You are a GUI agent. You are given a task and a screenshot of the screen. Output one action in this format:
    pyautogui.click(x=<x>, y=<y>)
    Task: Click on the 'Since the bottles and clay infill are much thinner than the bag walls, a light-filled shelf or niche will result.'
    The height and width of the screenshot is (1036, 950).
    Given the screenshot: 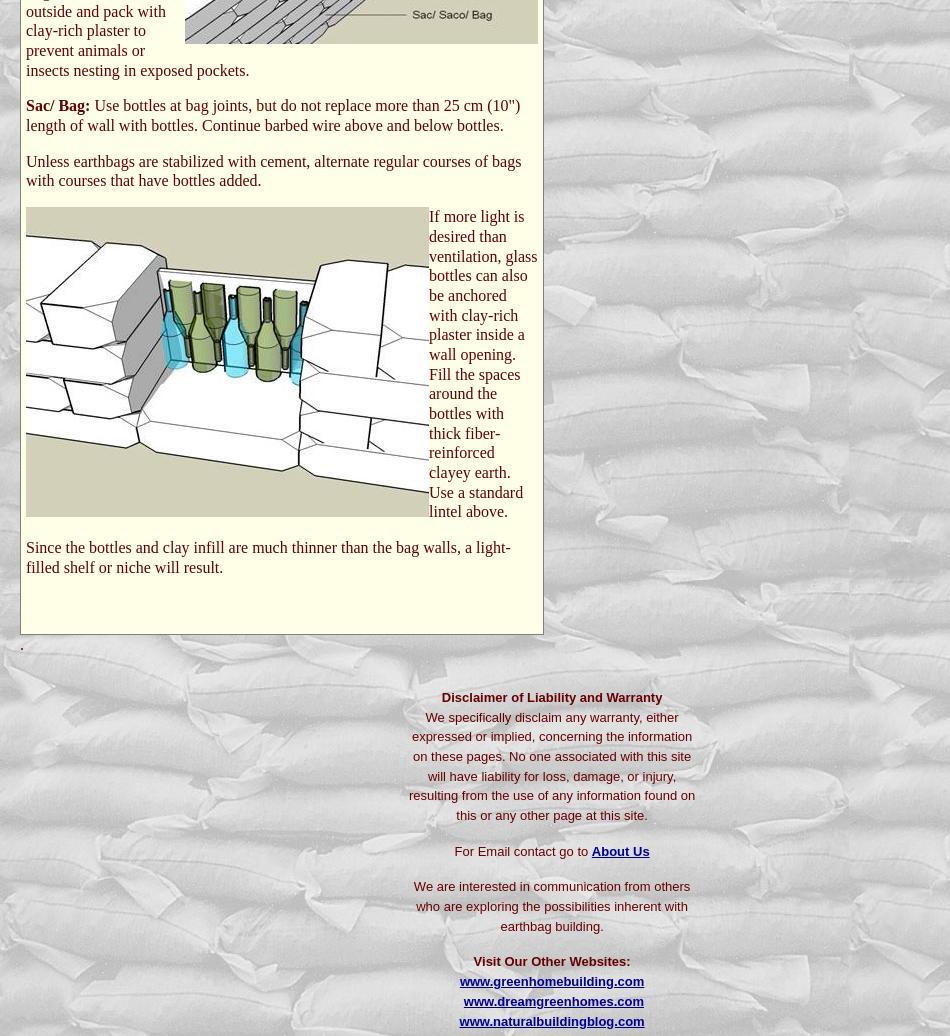 What is the action you would take?
    pyautogui.click(x=266, y=556)
    